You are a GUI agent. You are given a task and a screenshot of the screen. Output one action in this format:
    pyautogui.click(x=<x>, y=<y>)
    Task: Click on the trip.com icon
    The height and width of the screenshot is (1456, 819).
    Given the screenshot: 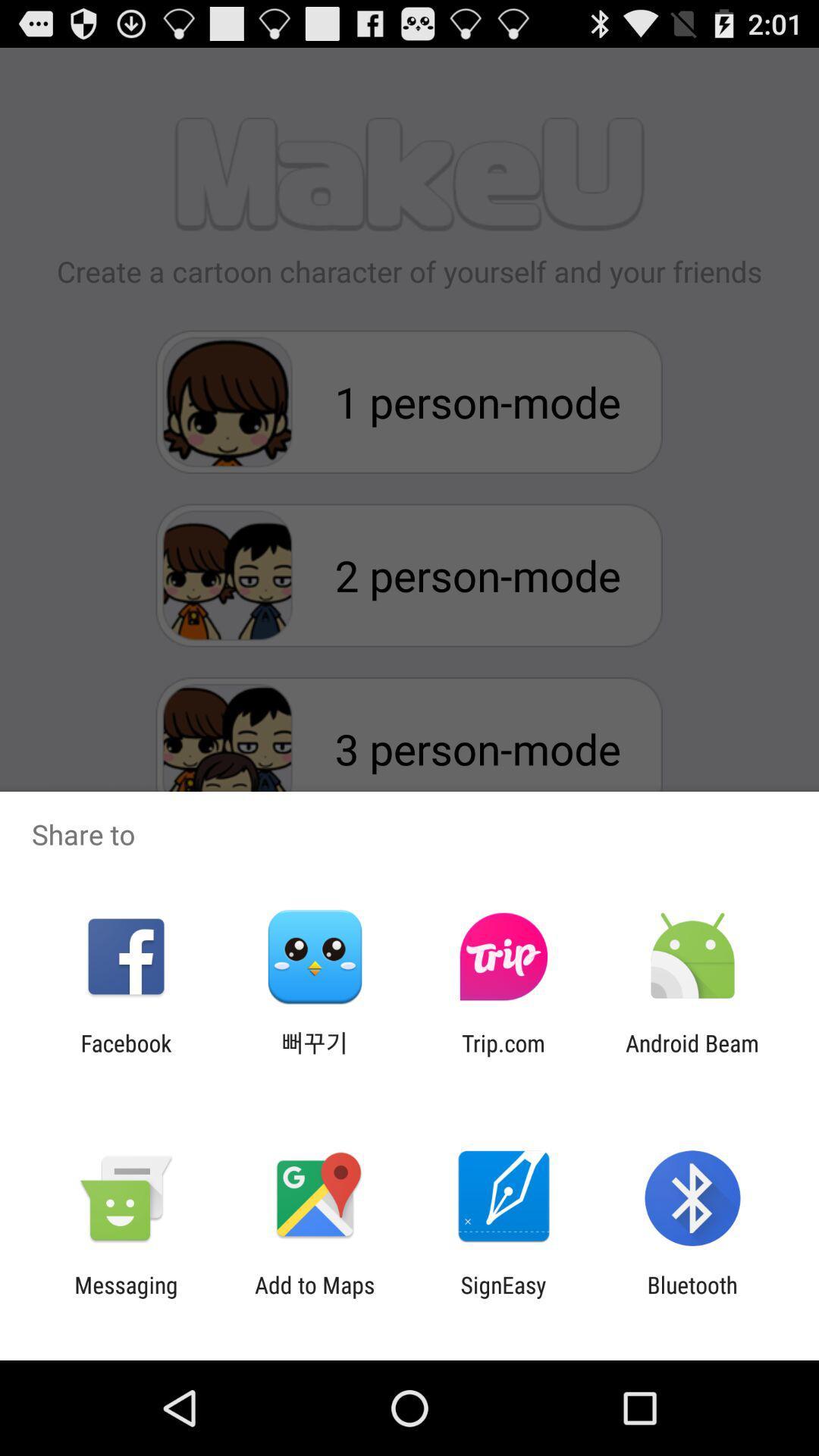 What is the action you would take?
    pyautogui.click(x=504, y=1056)
    